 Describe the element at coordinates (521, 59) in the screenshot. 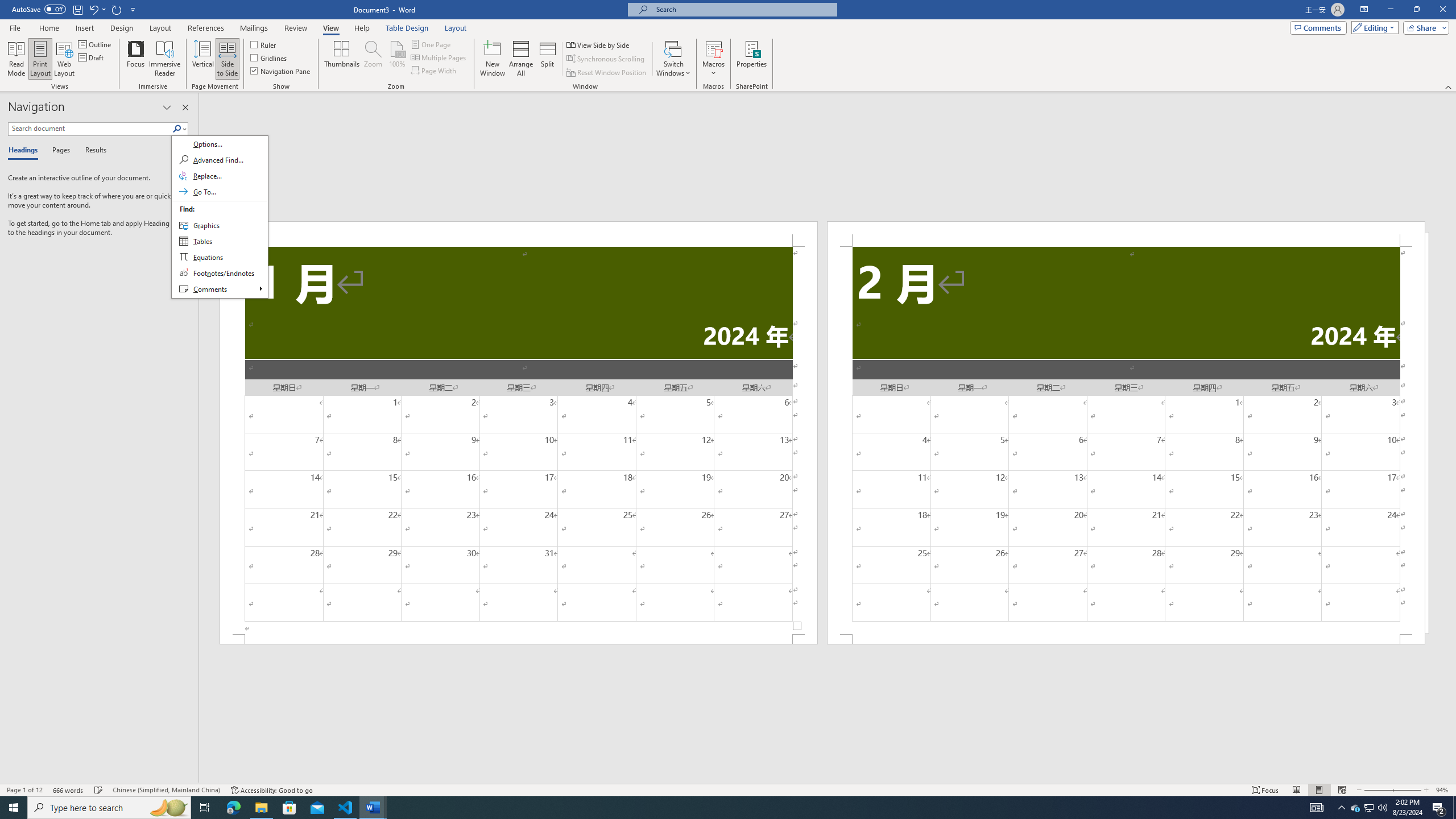

I see `'Arrange All'` at that location.